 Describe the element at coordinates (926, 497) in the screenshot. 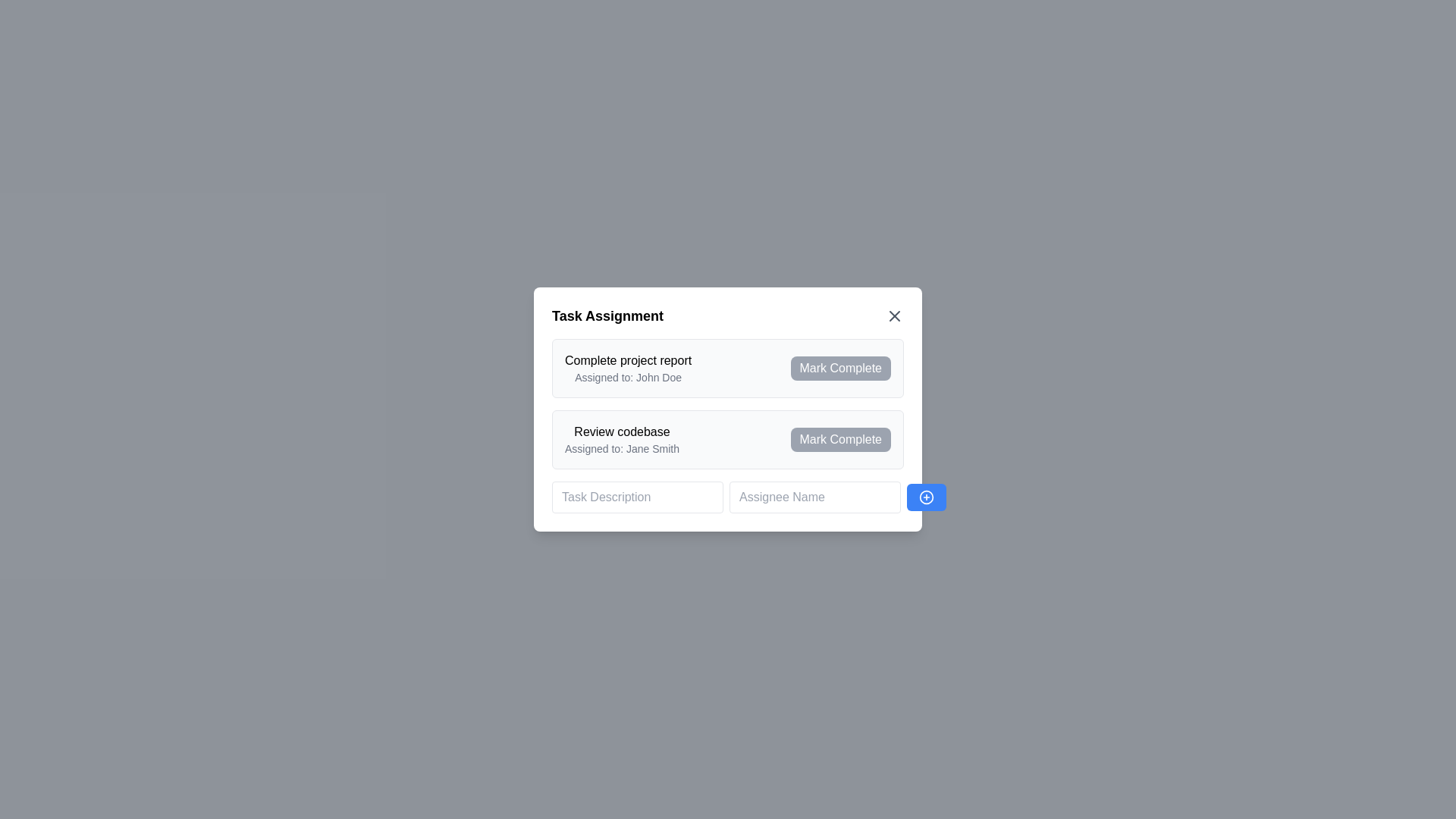

I see `the add item icon located at the bottom-right corner of the modal dialog` at that location.